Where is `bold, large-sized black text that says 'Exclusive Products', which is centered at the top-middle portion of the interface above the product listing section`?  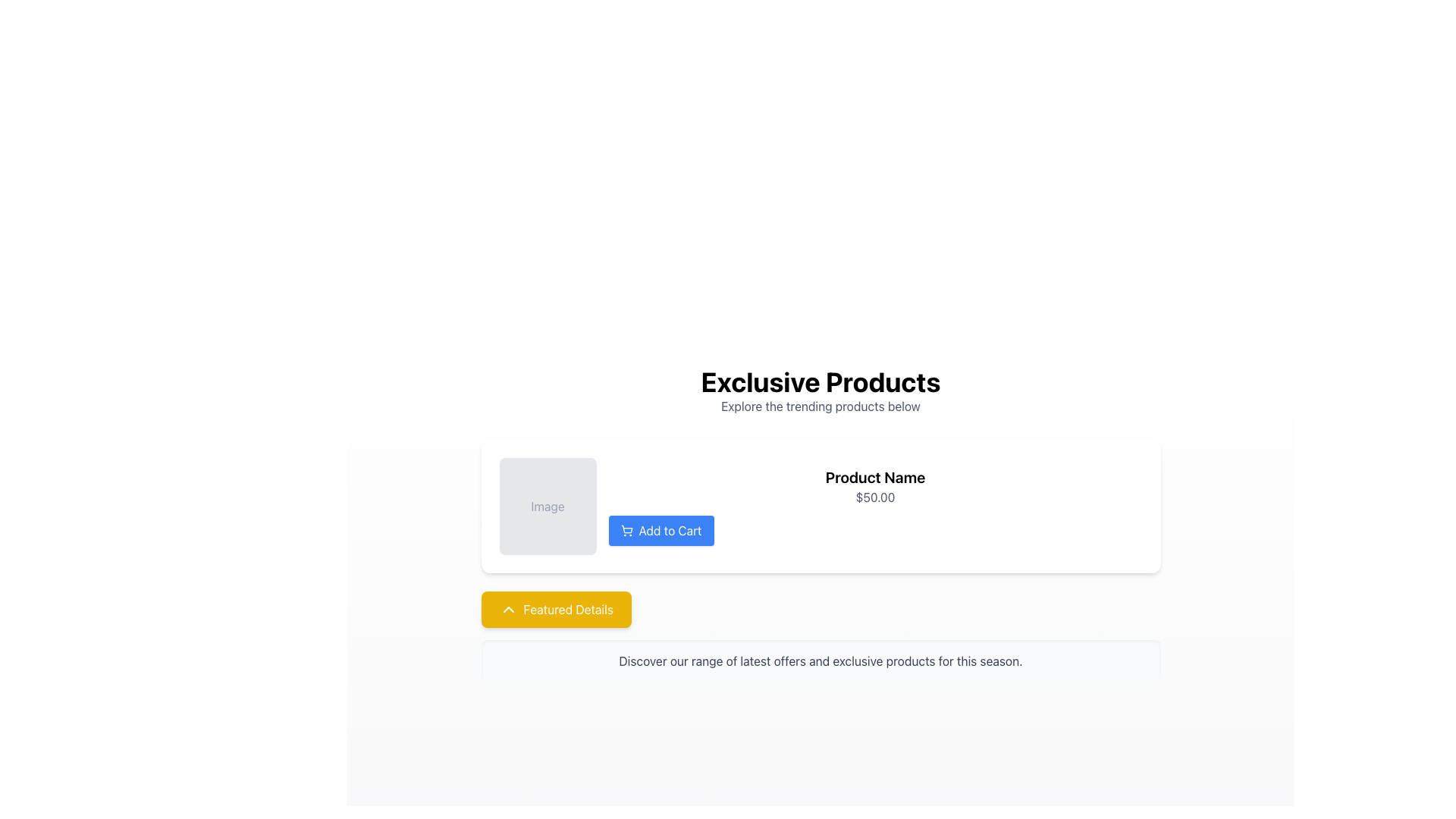
bold, large-sized black text that says 'Exclusive Products', which is centered at the top-middle portion of the interface above the product listing section is located at coordinates (820, 381).